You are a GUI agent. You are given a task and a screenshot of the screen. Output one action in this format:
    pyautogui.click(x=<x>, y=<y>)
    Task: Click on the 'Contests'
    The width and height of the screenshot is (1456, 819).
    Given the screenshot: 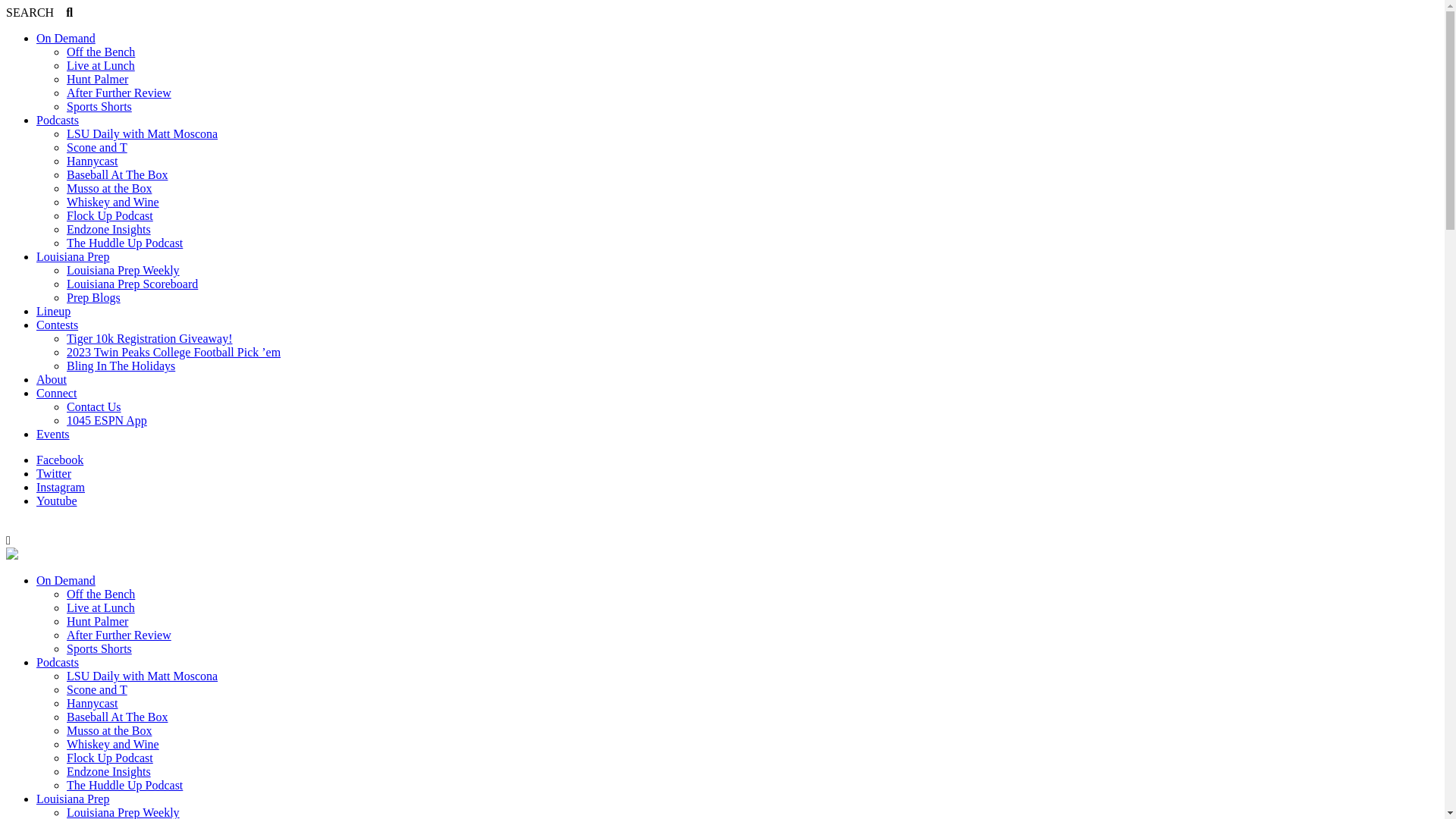 What is the action you would take?
    pyautogui.click(x=57, y=324)
    